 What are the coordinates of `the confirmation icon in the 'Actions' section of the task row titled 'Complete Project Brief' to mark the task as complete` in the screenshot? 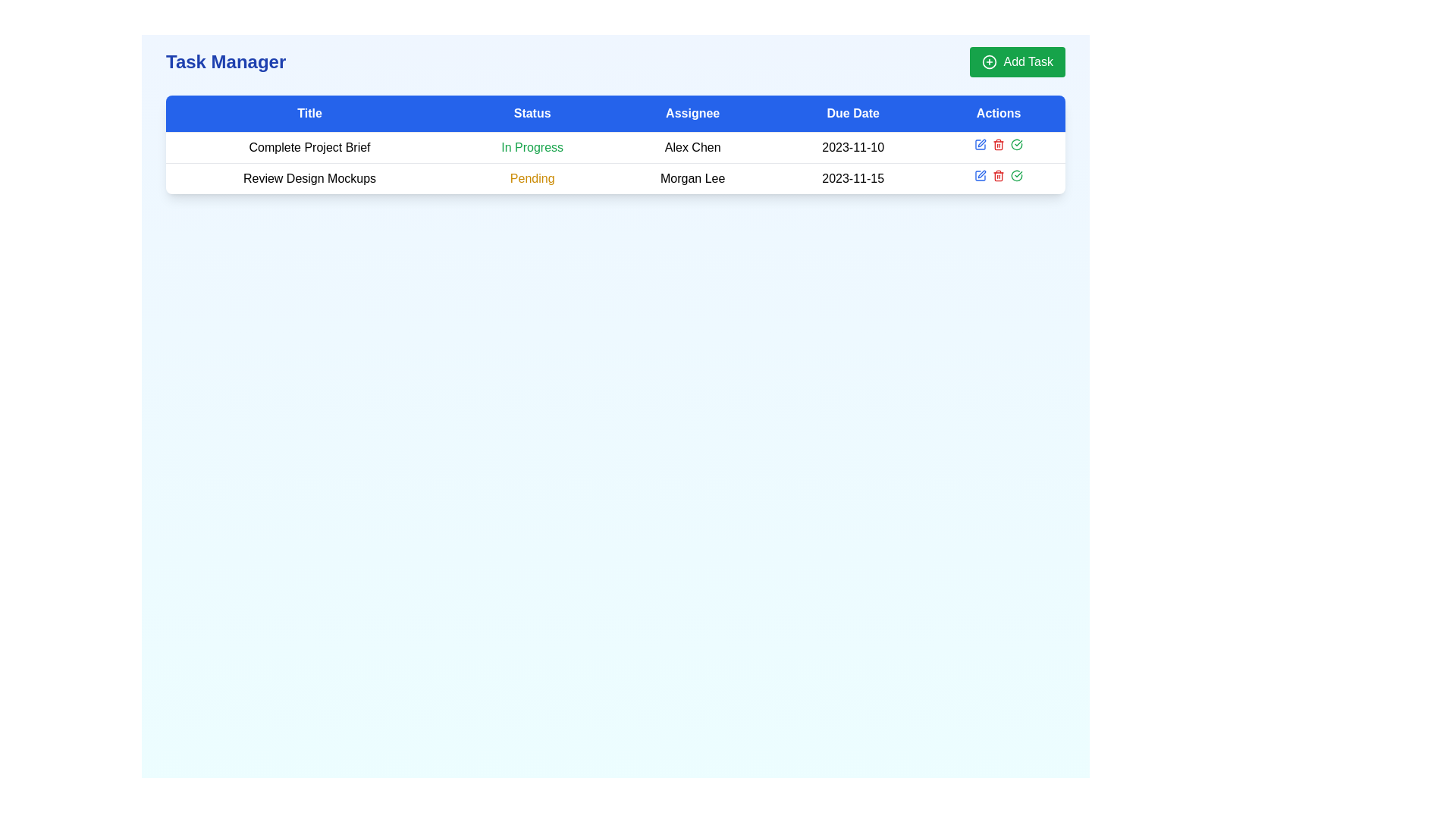 It's located at (1016, 174).